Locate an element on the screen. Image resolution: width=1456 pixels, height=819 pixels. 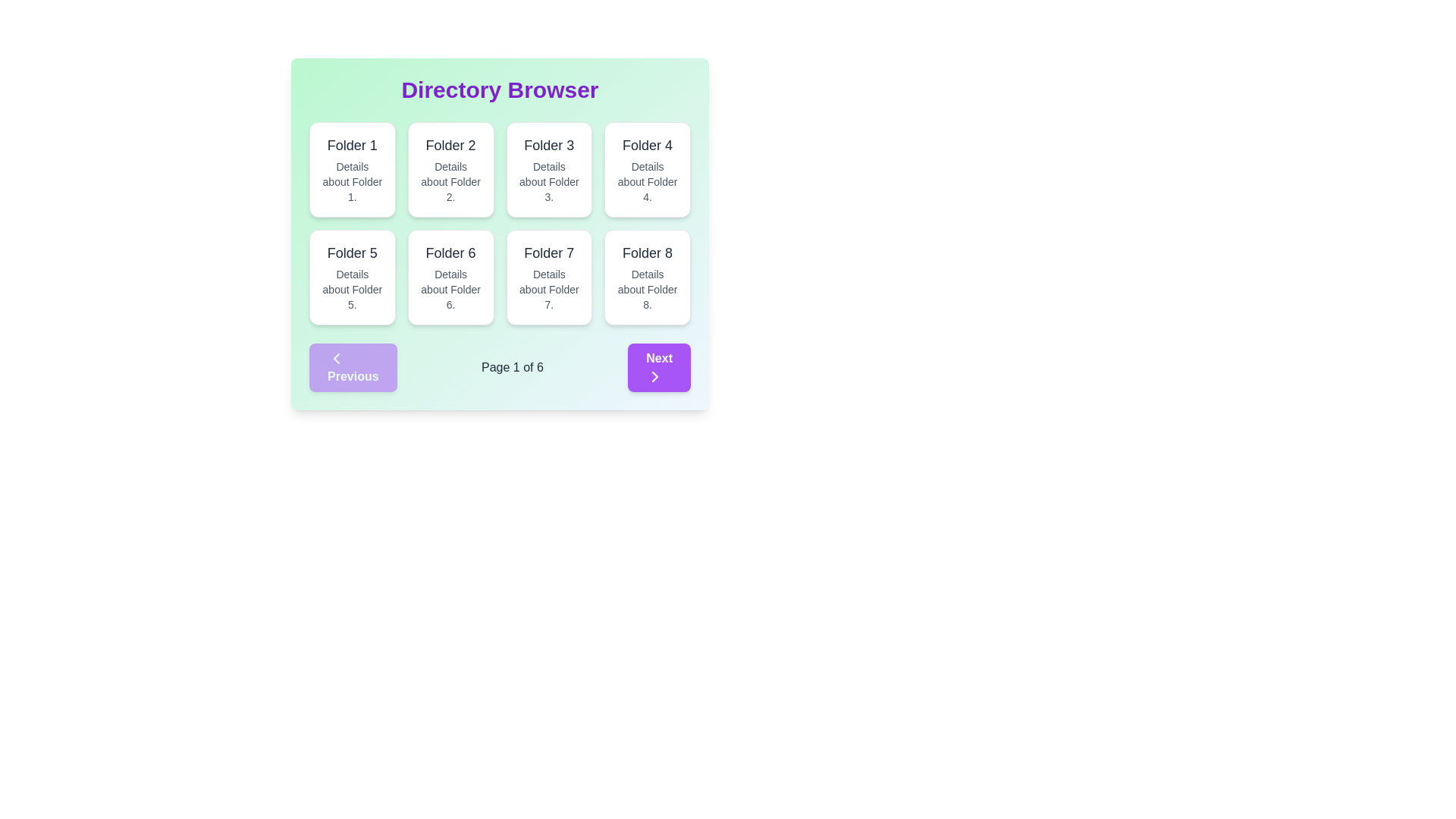
text label 'Folder 5' which is displayed in bold, gray font, centered within its card component is located at coordinates (351, 253).